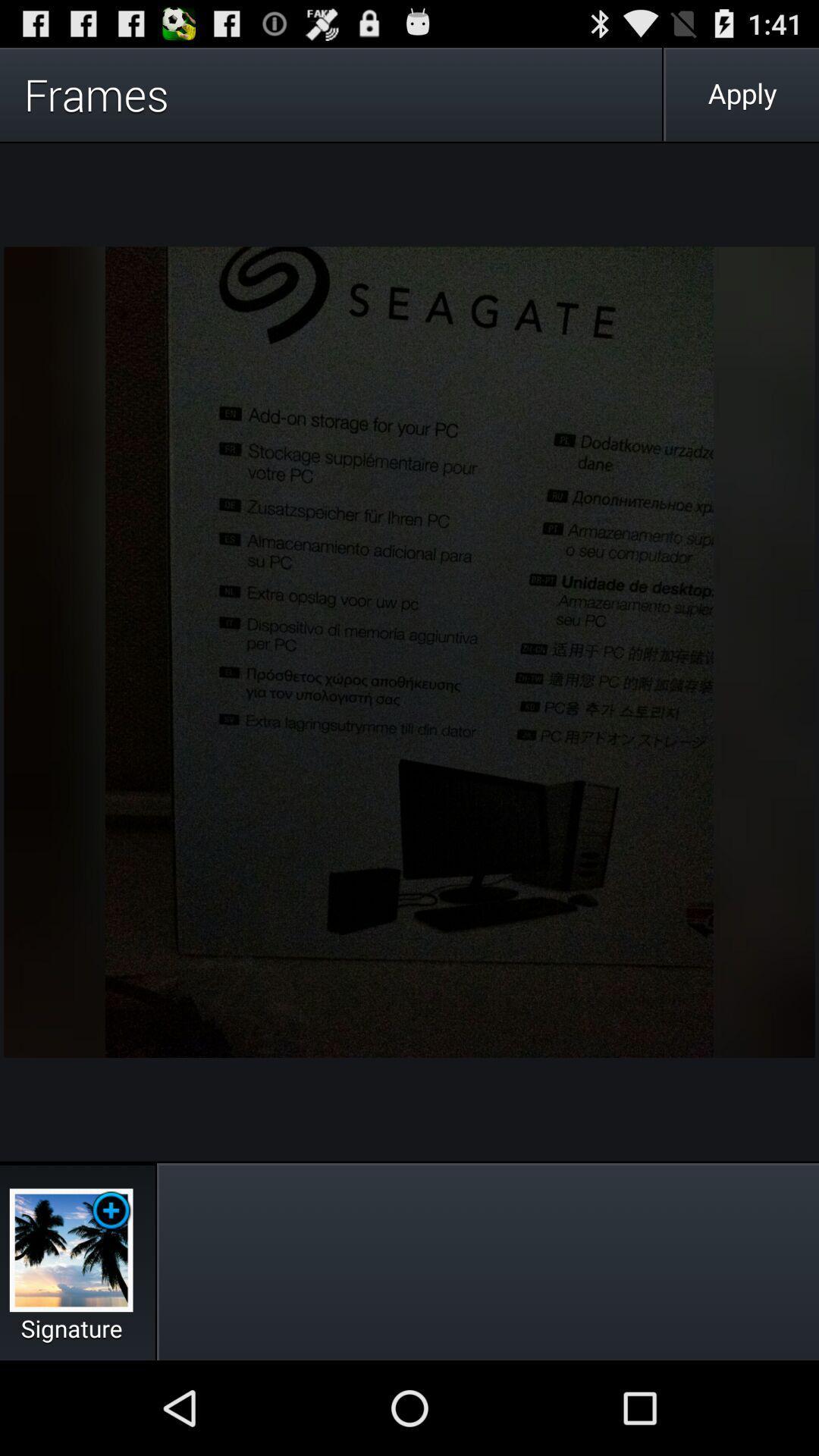  I want to click on the apply, so click(742, 93).